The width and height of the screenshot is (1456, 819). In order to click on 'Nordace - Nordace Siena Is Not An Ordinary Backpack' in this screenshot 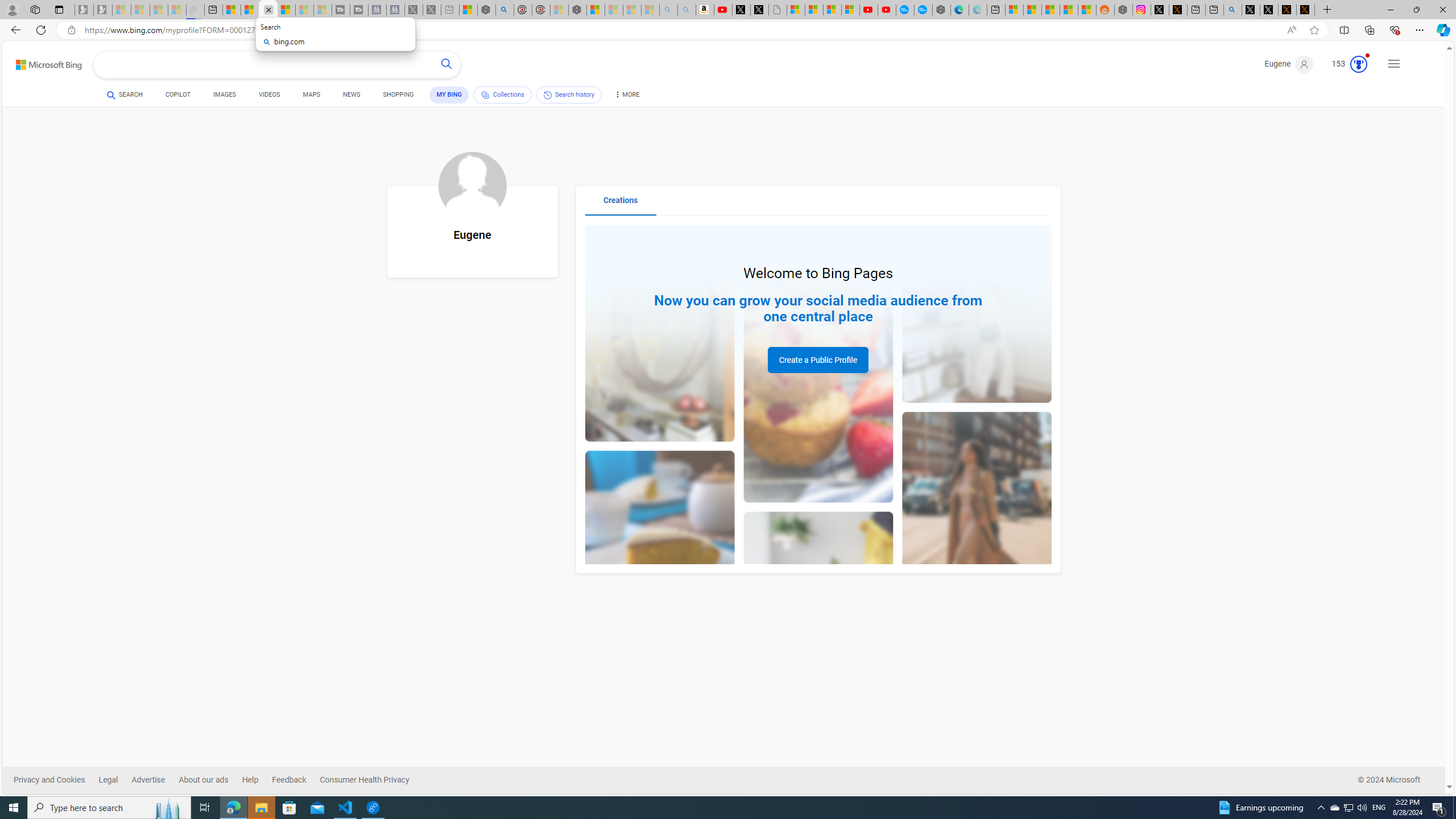, I will do `click(577, 9)`.